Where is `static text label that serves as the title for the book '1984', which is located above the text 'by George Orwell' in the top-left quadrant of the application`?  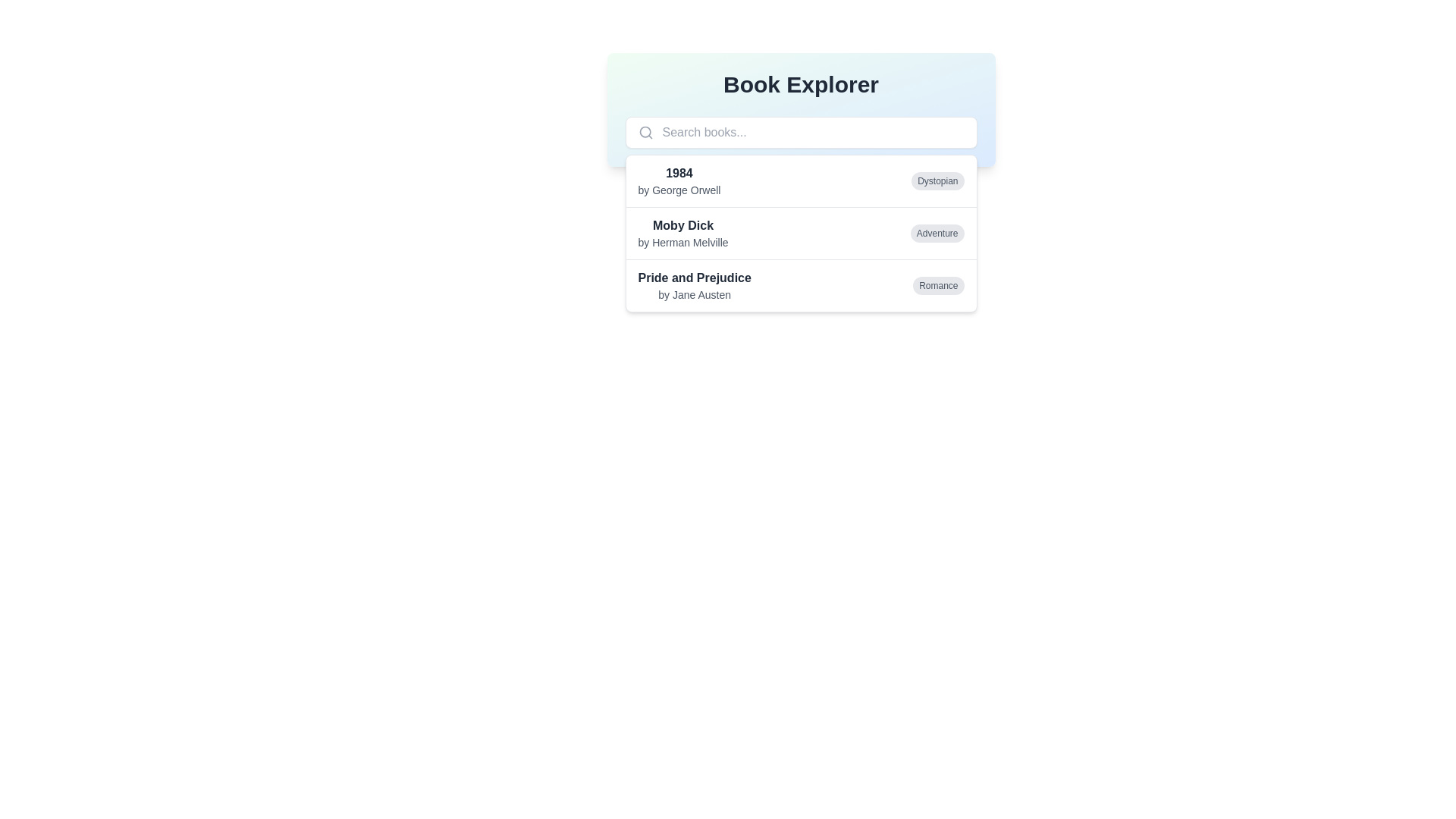 static text label that serves as the title for the book '1984', which is located above the text 'by George Orwell' in the top-left quadrant of the application is located at coordinates (679, 172).